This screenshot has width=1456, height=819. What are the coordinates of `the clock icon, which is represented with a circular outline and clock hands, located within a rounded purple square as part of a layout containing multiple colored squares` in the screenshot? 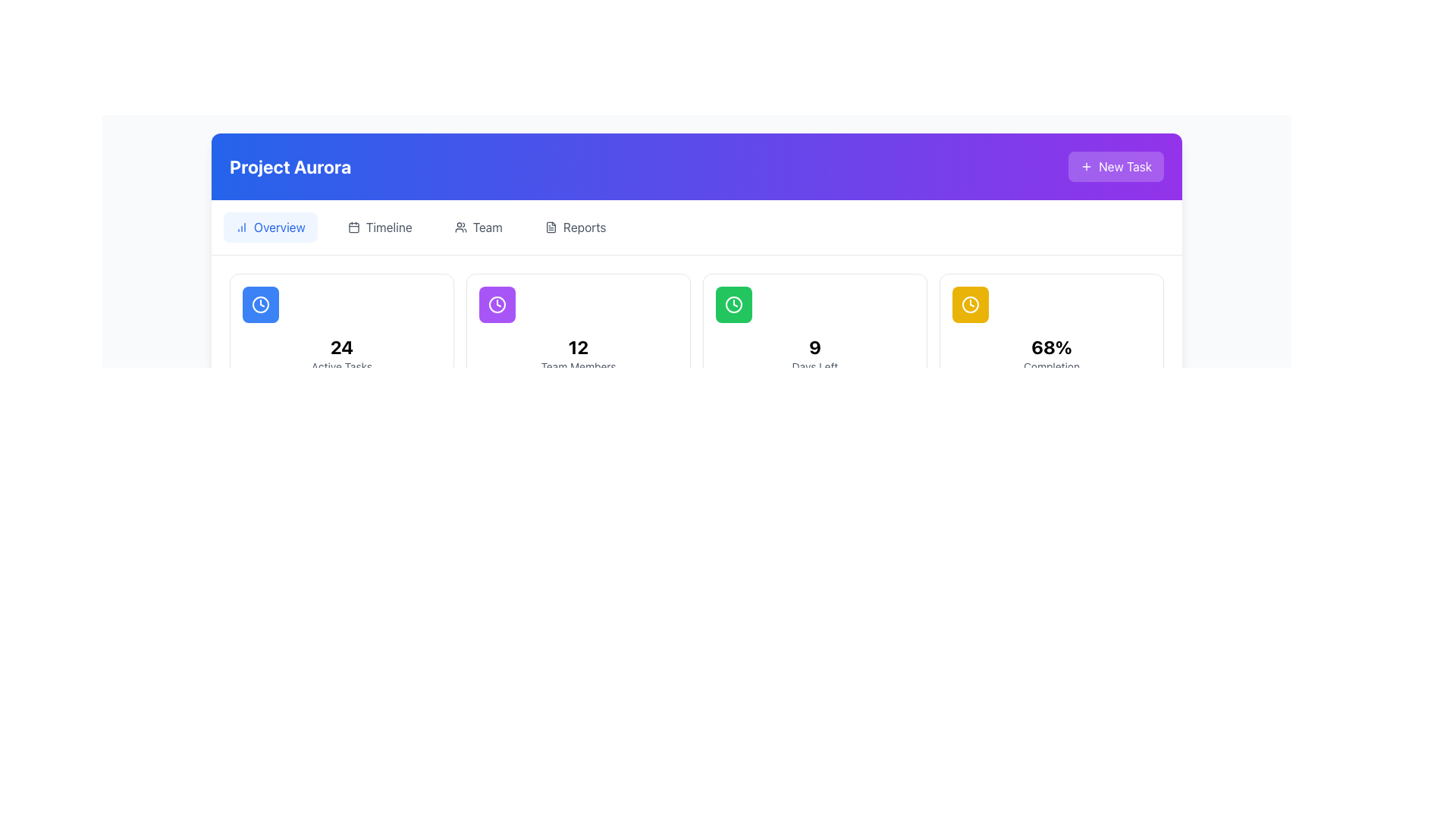 It's located at (497, 304).